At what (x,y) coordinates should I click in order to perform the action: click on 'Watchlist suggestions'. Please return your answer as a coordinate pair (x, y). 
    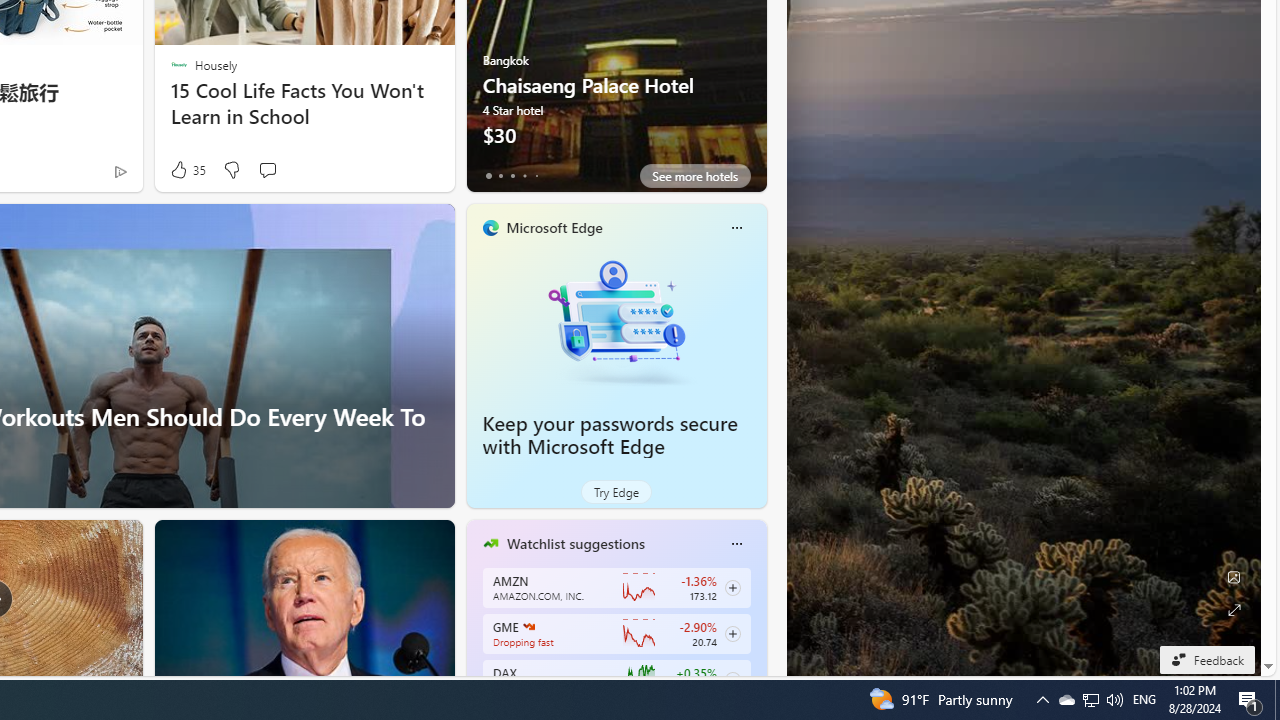
    Looking at the image, I should click on (574, 543).